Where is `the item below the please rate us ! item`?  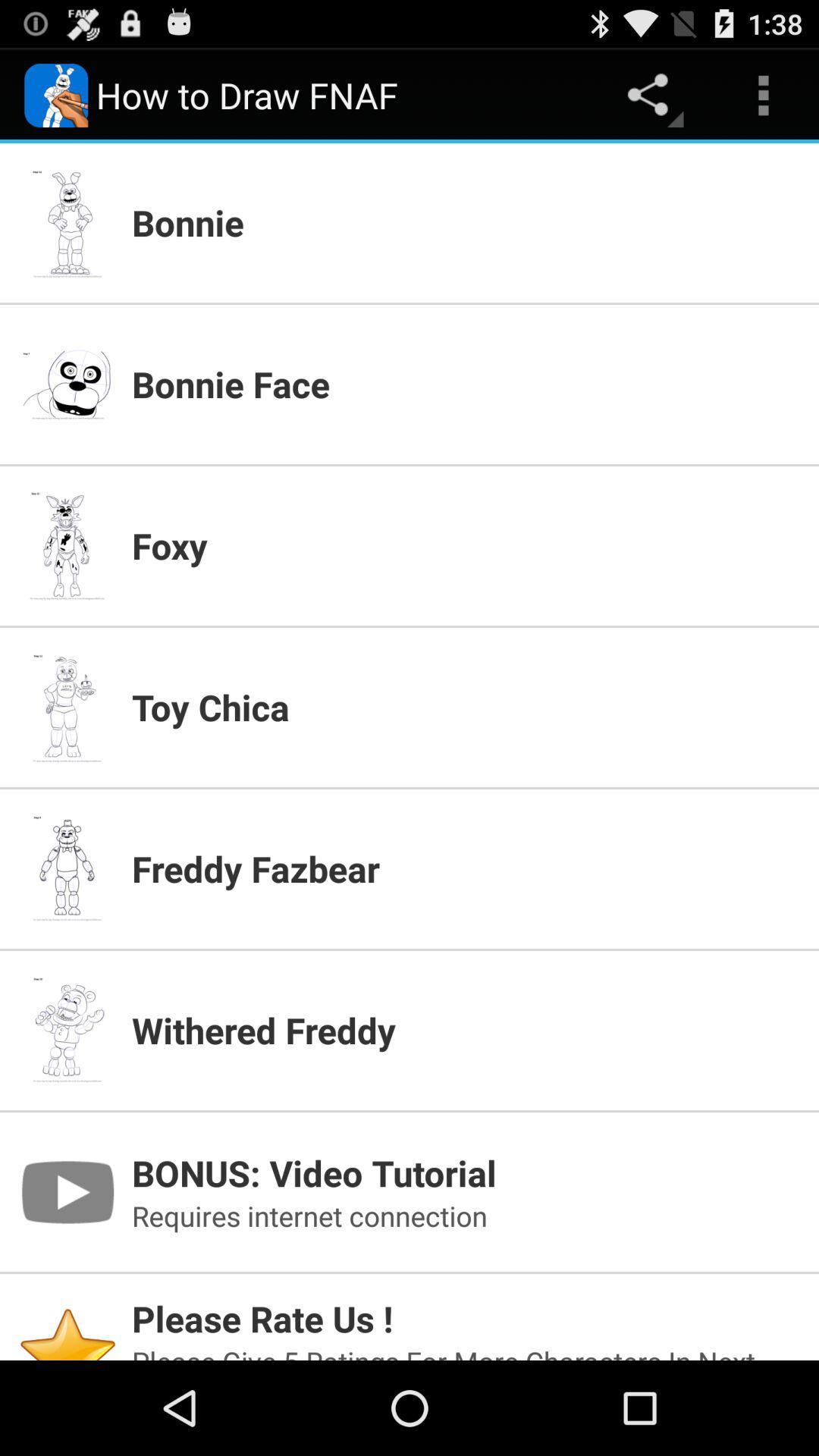
the item below the please rate us ! item is located at coordinates (465, 1351).